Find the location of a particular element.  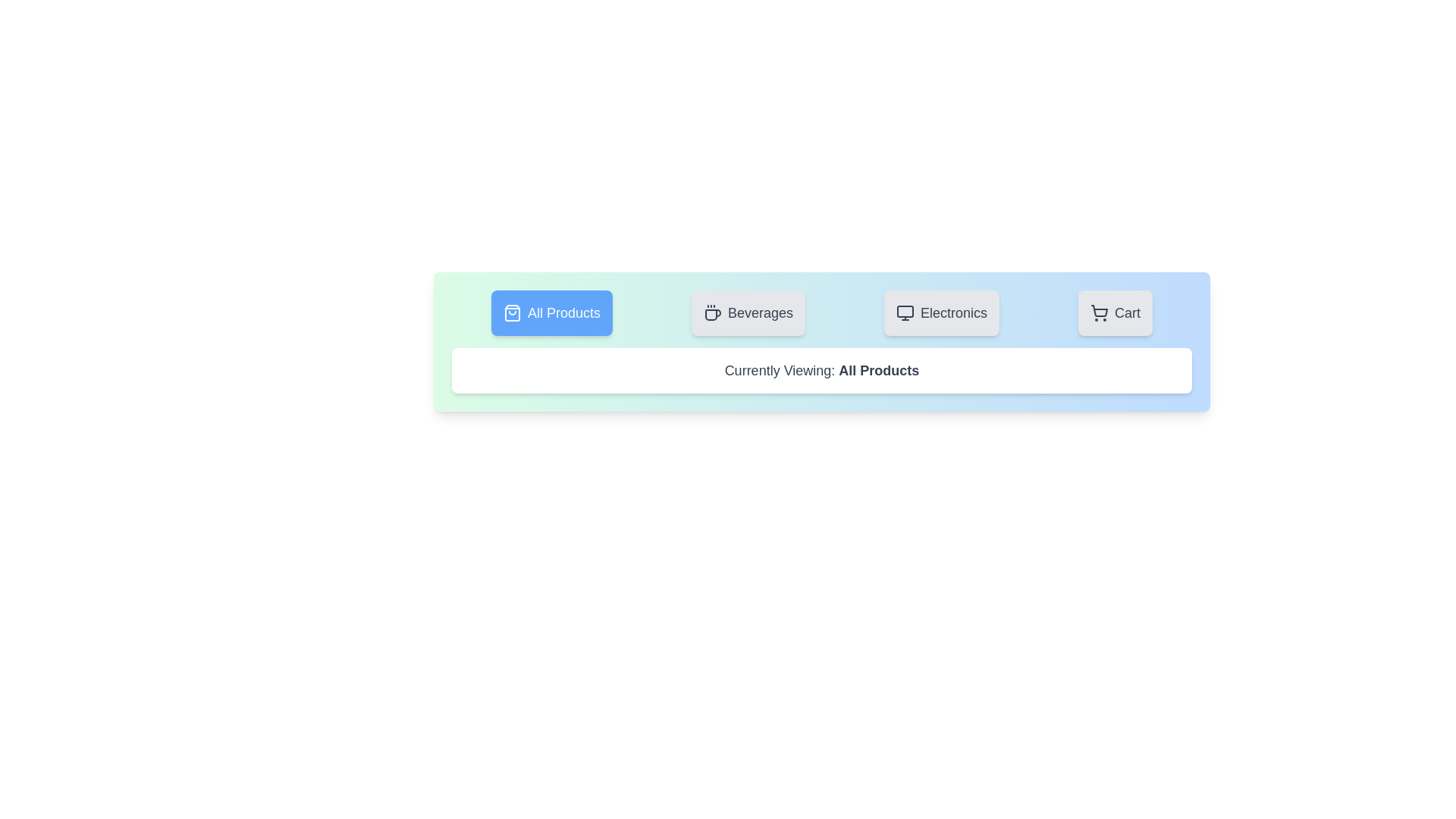

the tab corresponding to Electronics to switch to that product category is located at coordinates (941, 312).